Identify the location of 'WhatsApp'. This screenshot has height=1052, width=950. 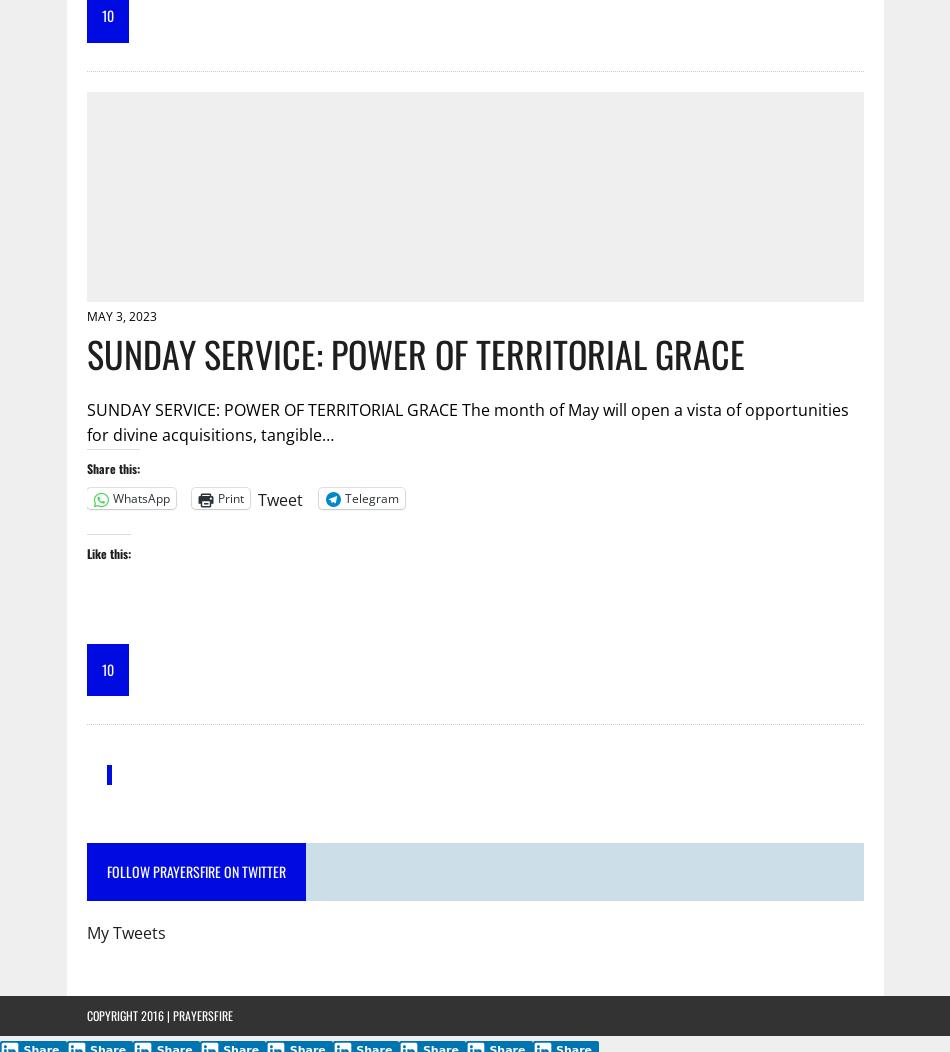
(140, 497).